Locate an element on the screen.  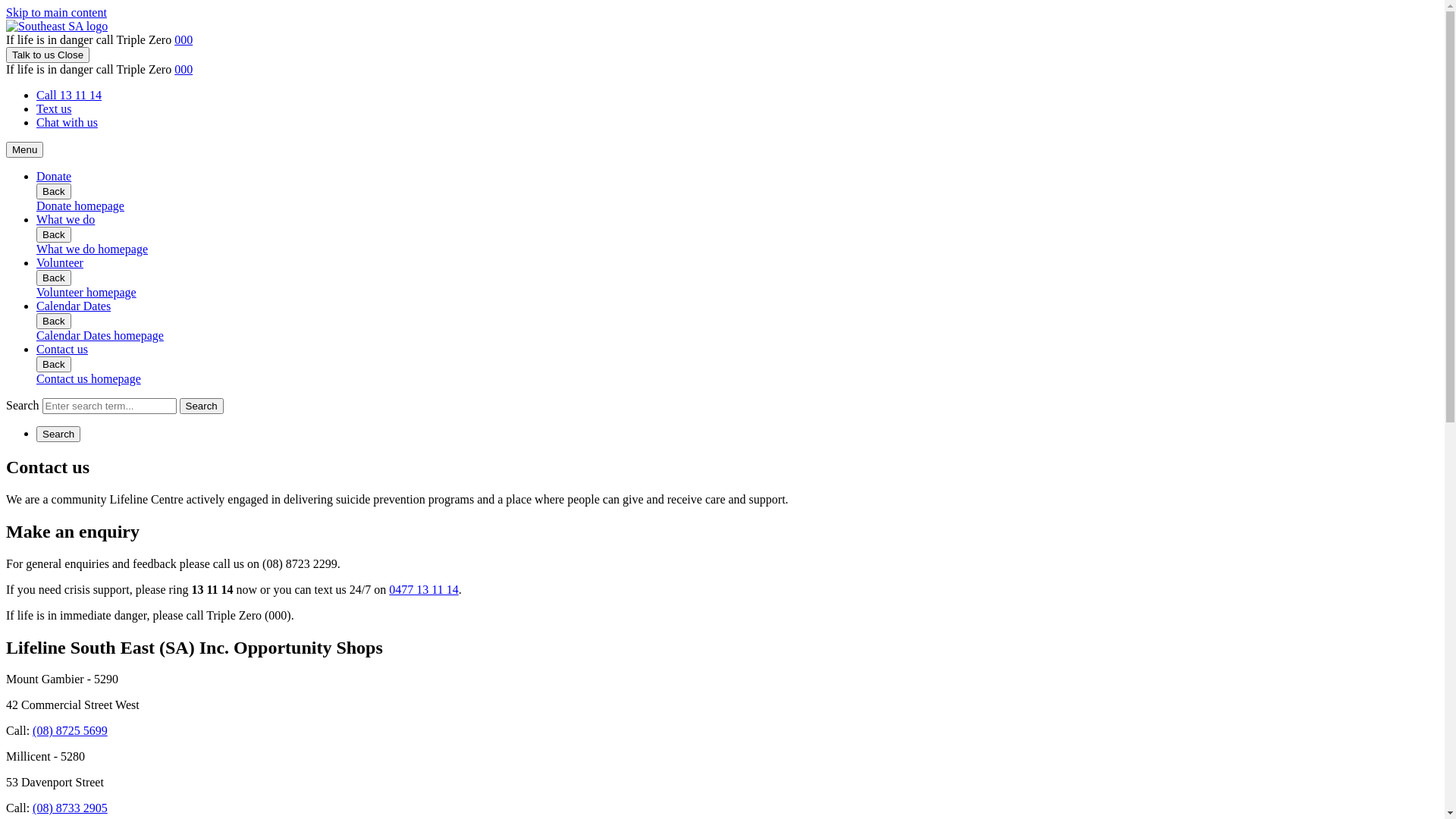
'000' is located at coordinates (182, 39).